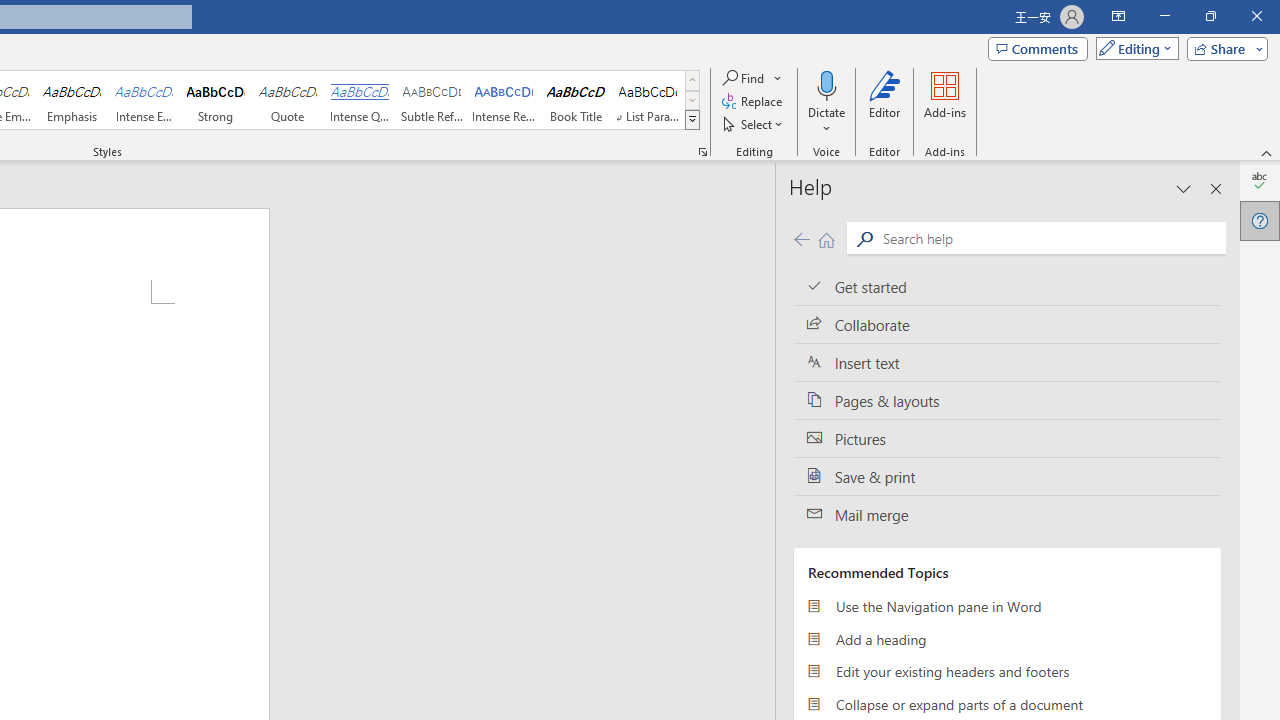 This screenshot has width=1280, height=720. I want to click on 'Styles', so click(692, 120).